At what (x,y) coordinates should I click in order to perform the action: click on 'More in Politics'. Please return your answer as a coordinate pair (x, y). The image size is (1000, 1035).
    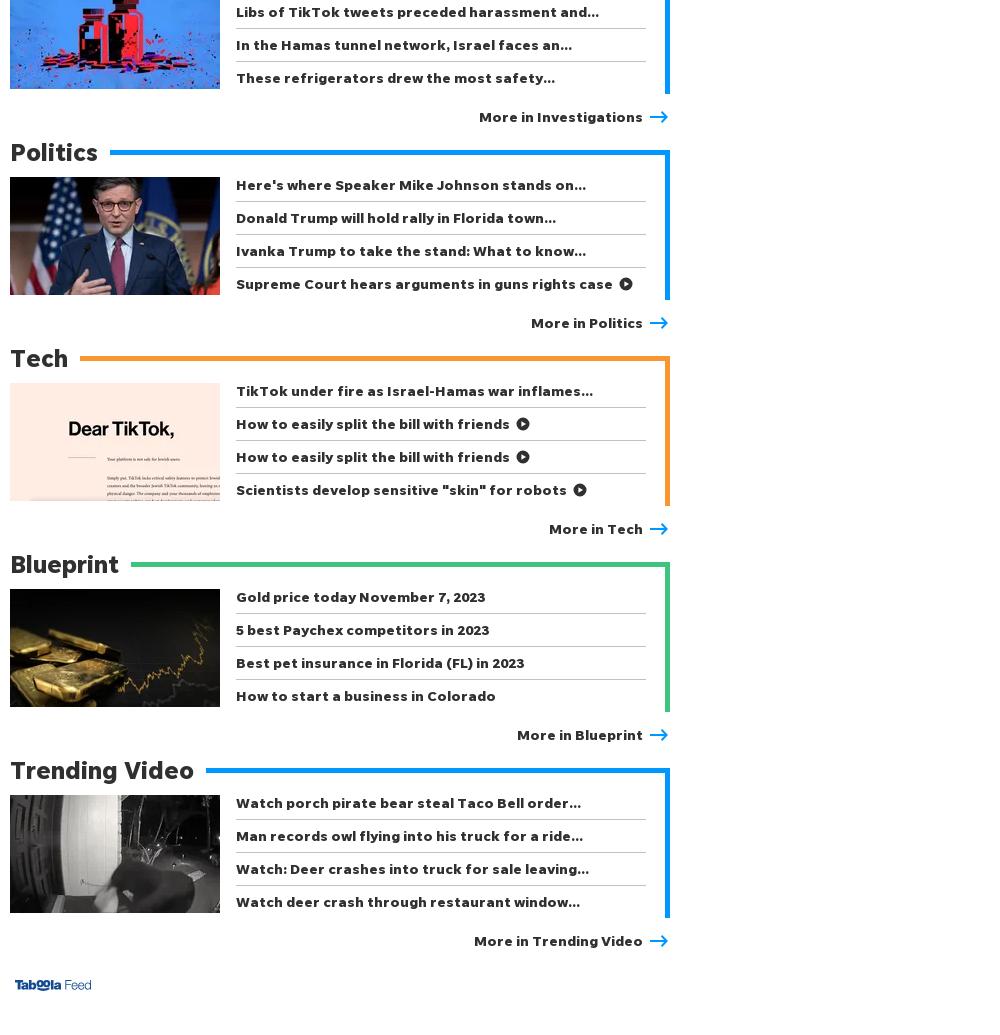
    Looking at the image, I should click on (586, 322).